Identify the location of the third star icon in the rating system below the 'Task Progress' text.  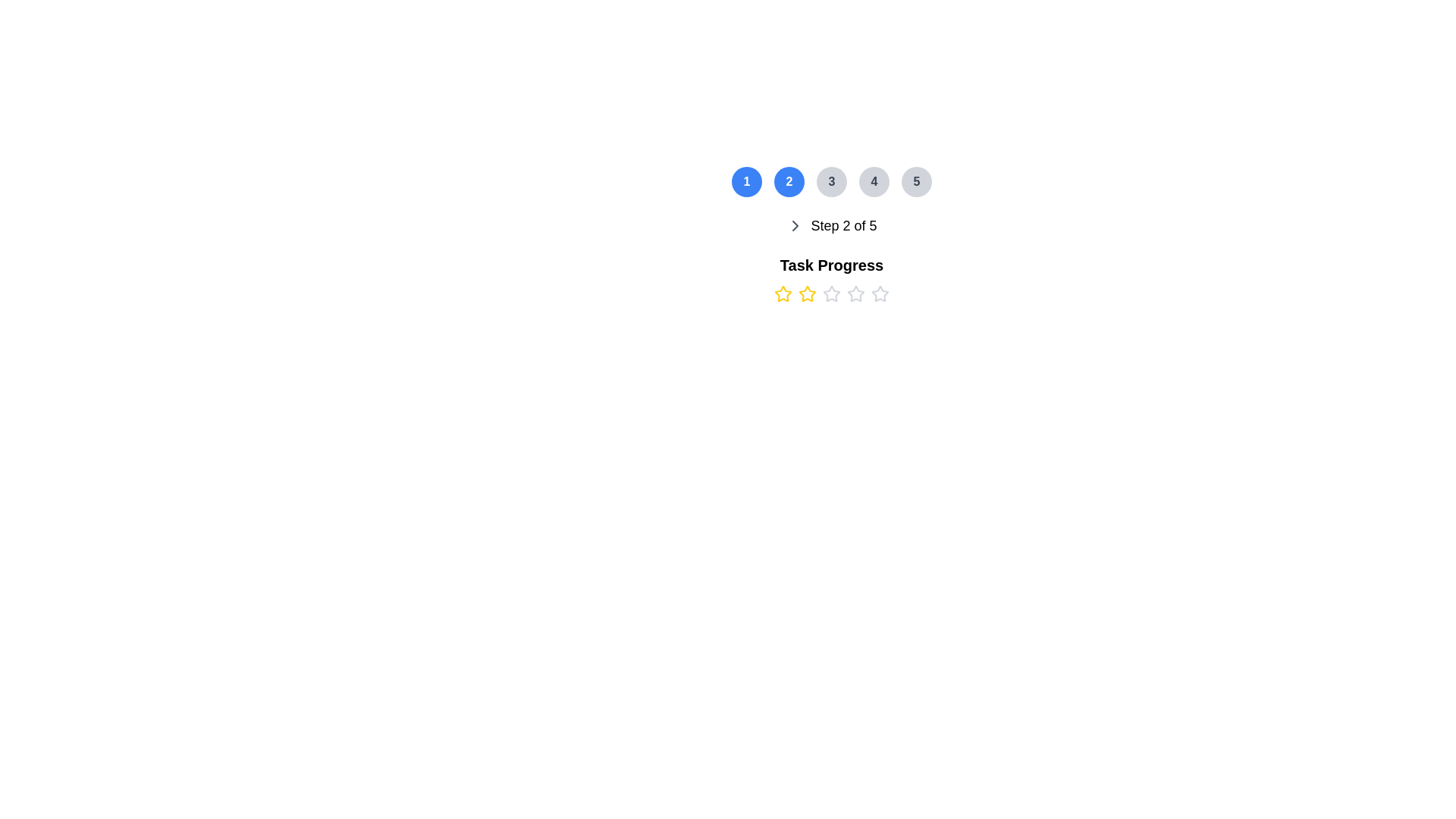
(831, 293).